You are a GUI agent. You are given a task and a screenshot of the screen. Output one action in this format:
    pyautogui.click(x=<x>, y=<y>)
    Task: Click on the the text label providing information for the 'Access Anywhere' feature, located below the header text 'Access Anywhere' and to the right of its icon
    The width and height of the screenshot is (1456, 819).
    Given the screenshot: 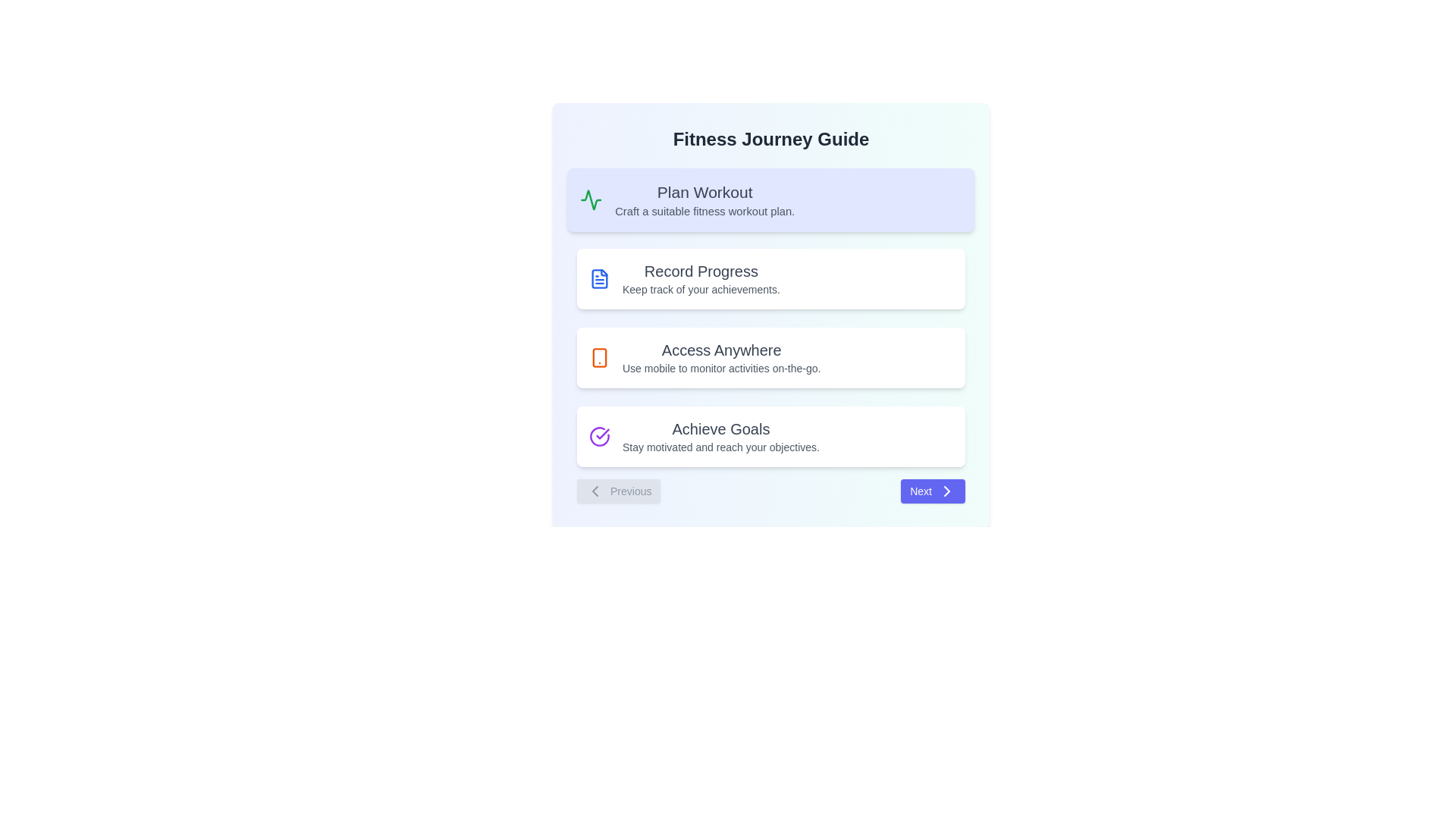 What is the action you would take?
    pyautogui.click(x=720, y=369)
    